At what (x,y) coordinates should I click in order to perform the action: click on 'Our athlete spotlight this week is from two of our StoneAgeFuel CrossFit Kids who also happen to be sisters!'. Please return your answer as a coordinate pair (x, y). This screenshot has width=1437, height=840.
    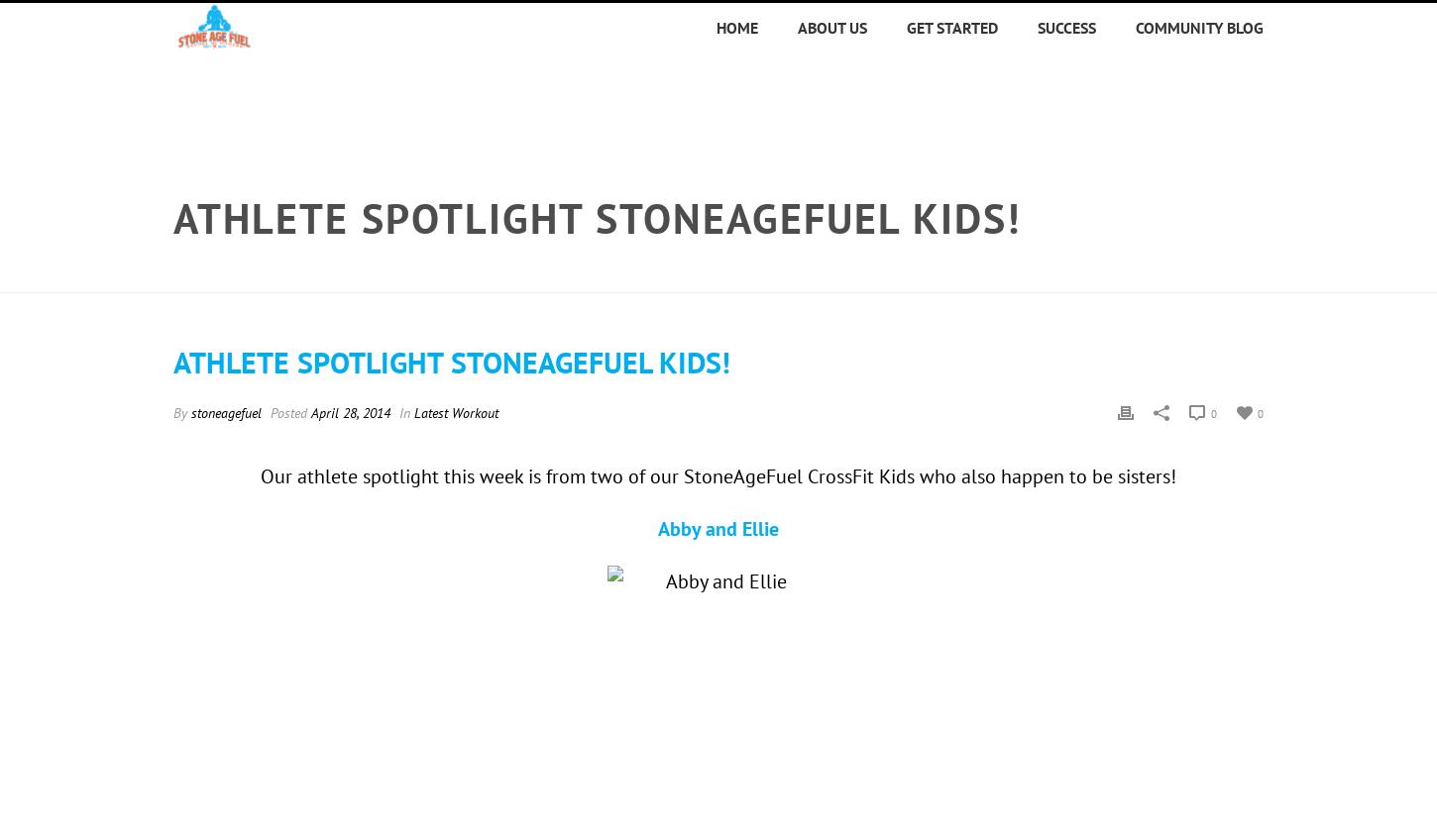
    Looking at the image, I should click on (718, 474).